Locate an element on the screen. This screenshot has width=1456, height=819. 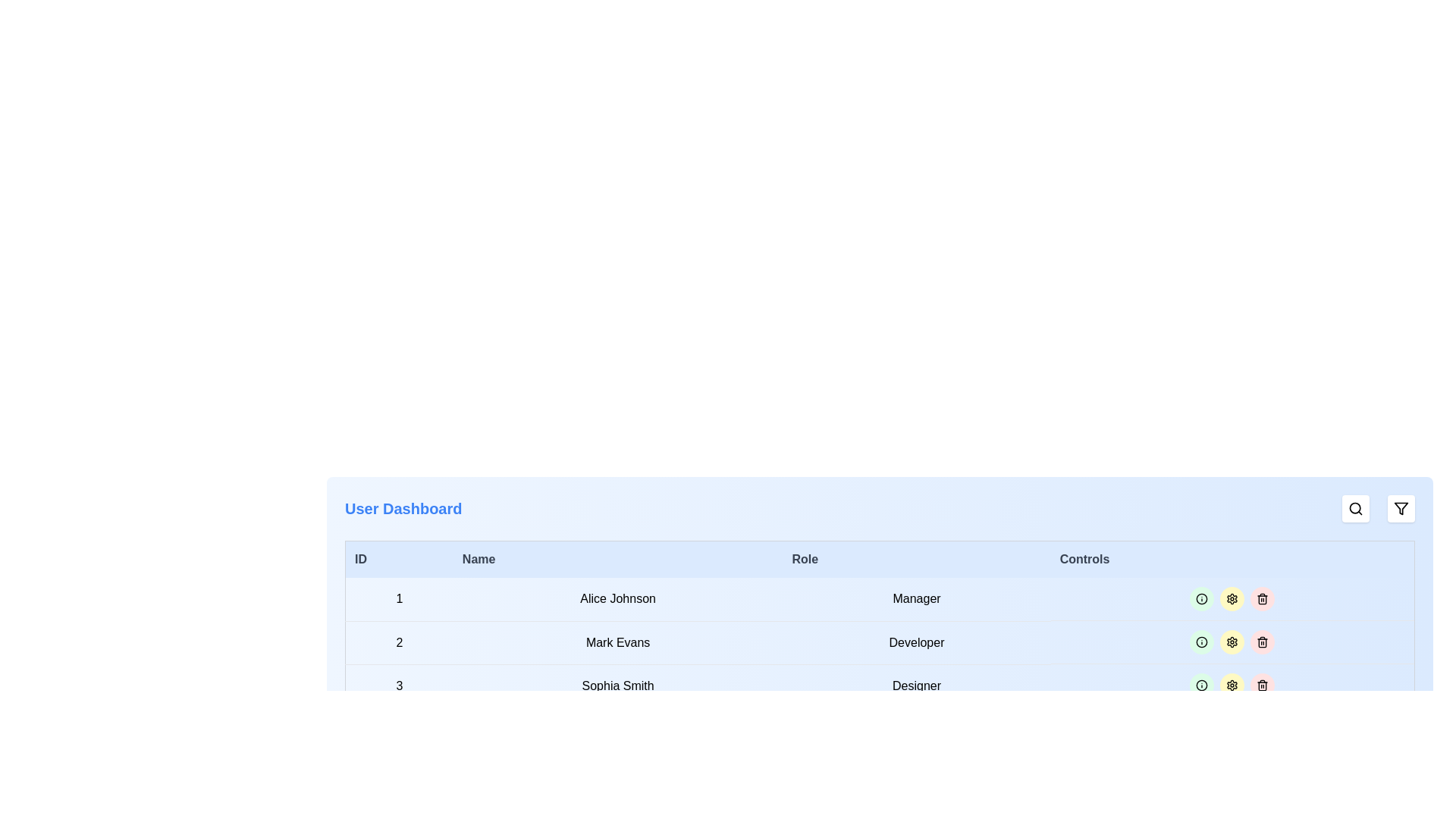
the settings icon in the 'Controls' column of the third row of the table, which is located within a yellow circular background is located at coordinates (1232, 598).